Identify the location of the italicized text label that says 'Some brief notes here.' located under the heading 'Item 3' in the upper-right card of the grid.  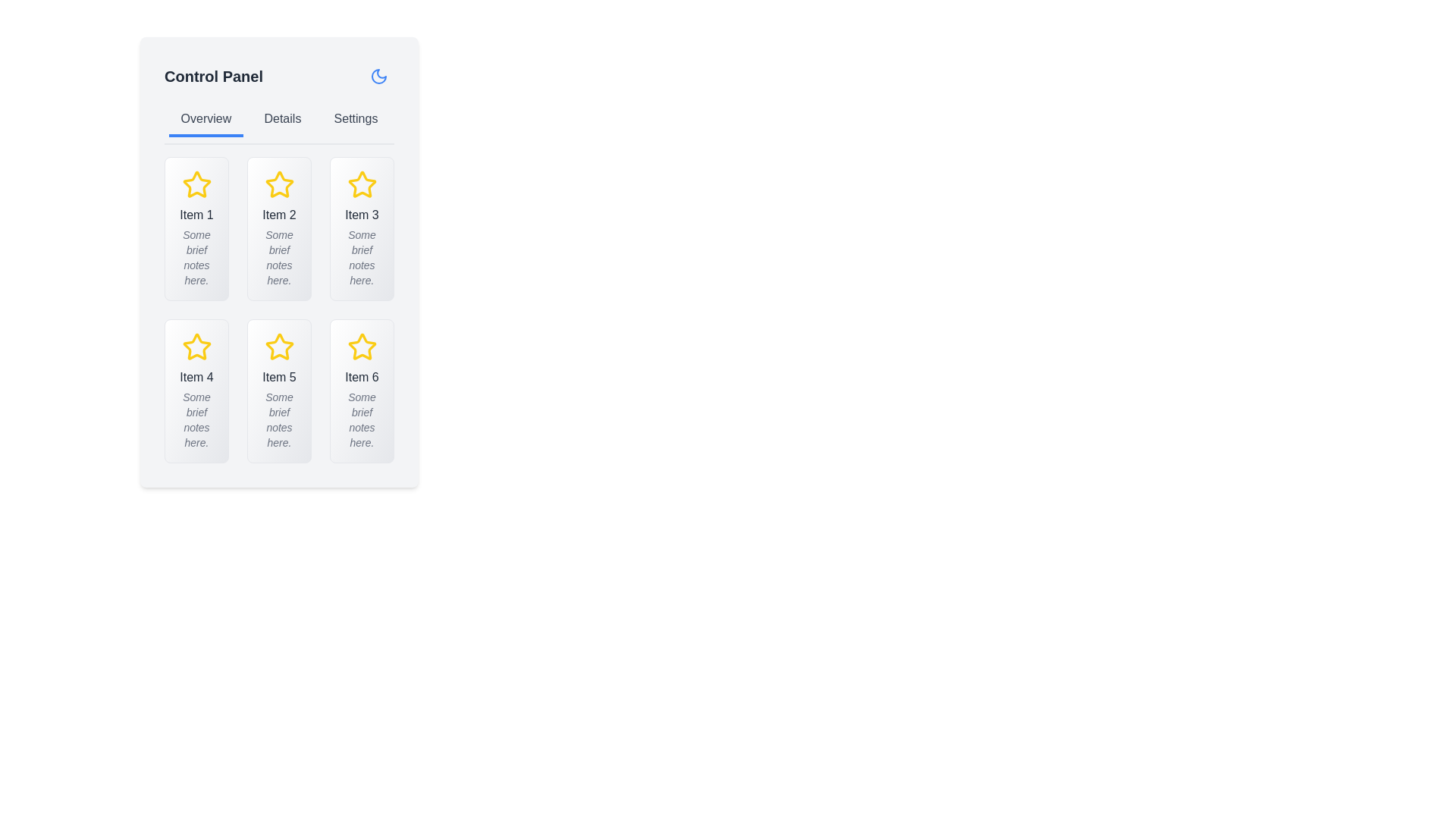
(361, 256).